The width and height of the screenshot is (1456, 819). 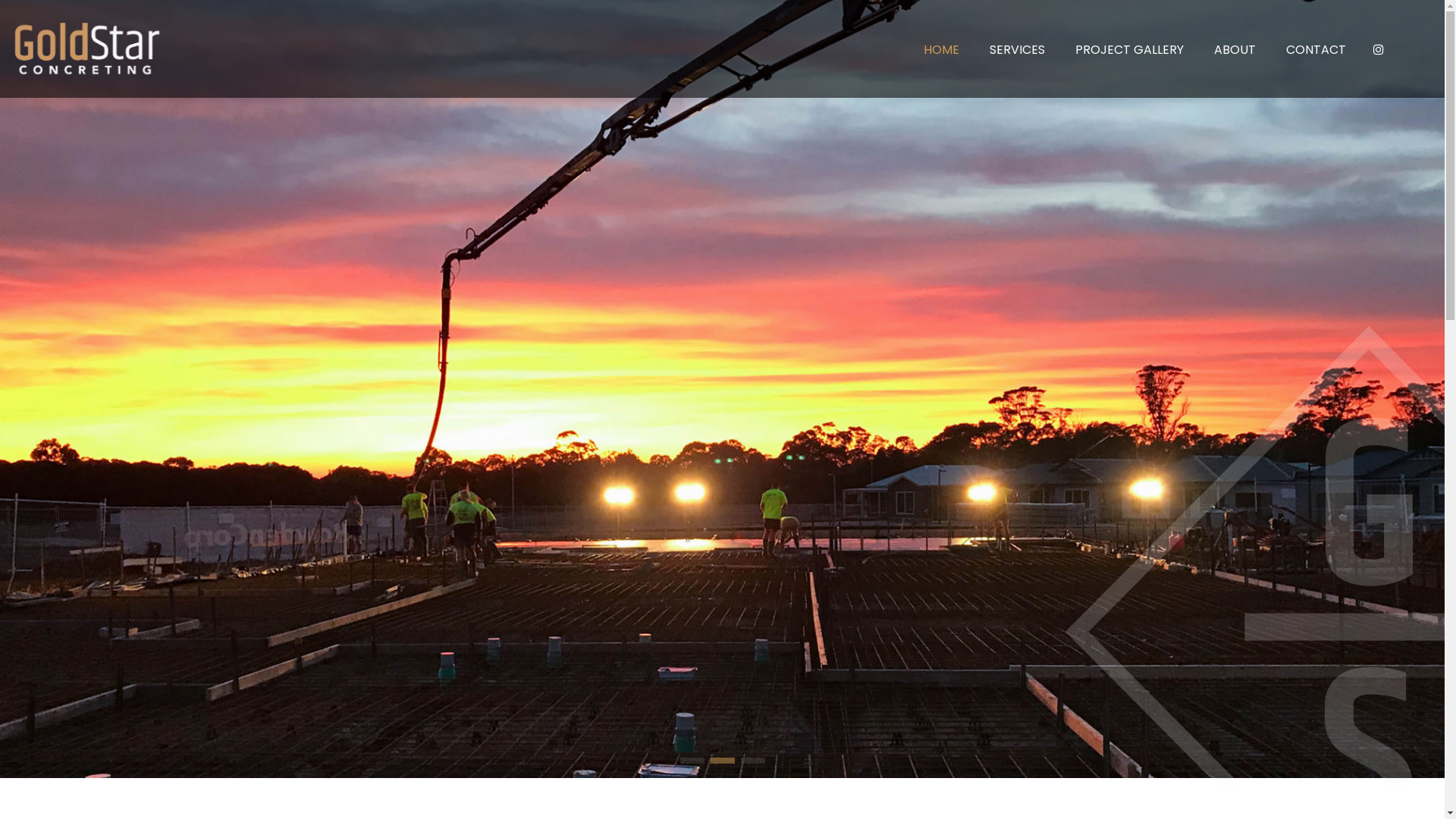 I want to click on 'PROJECT GALLERY', so click(x=1129, y=49).